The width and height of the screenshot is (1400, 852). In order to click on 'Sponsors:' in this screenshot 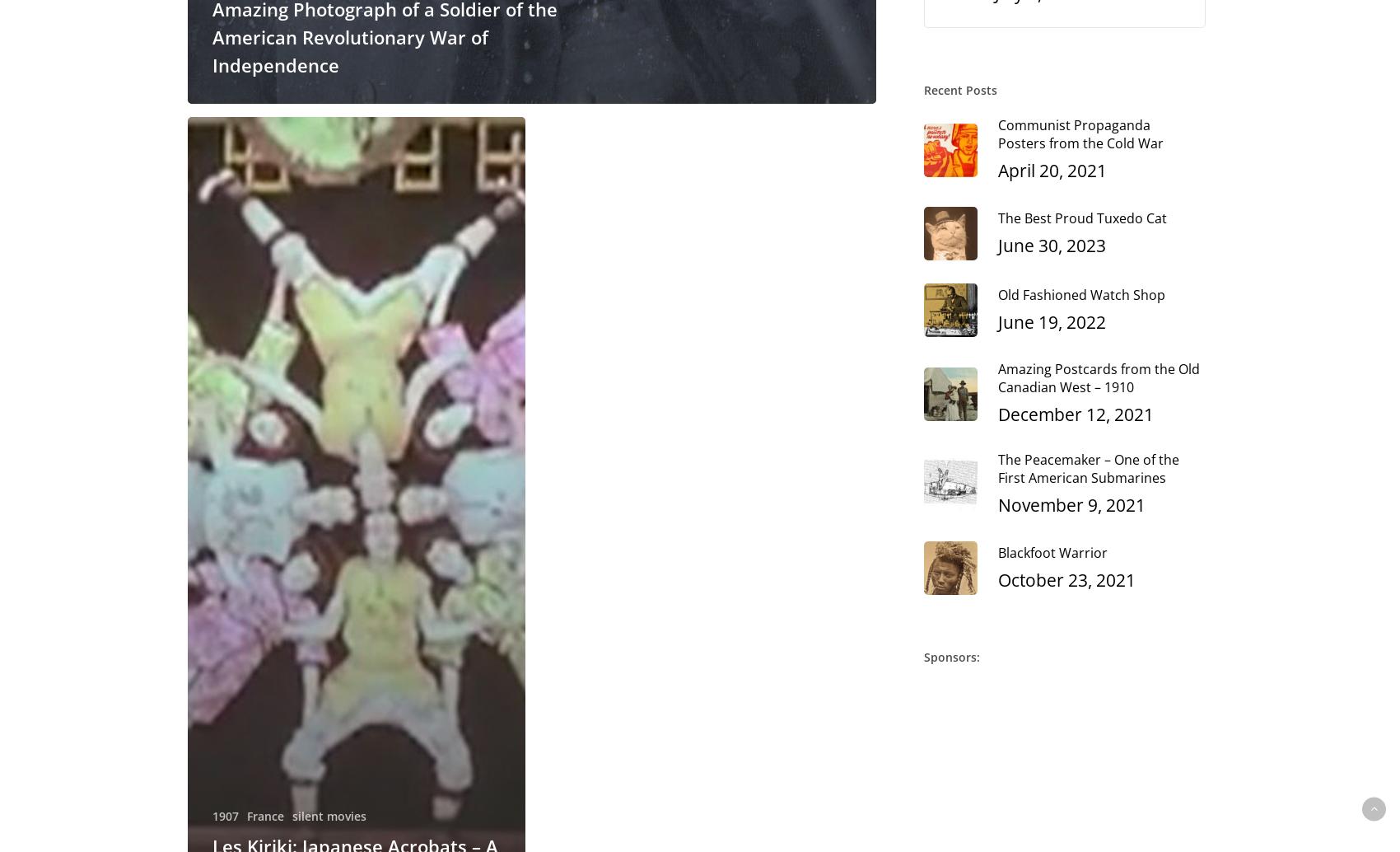, I will do `click(952, 656)`.